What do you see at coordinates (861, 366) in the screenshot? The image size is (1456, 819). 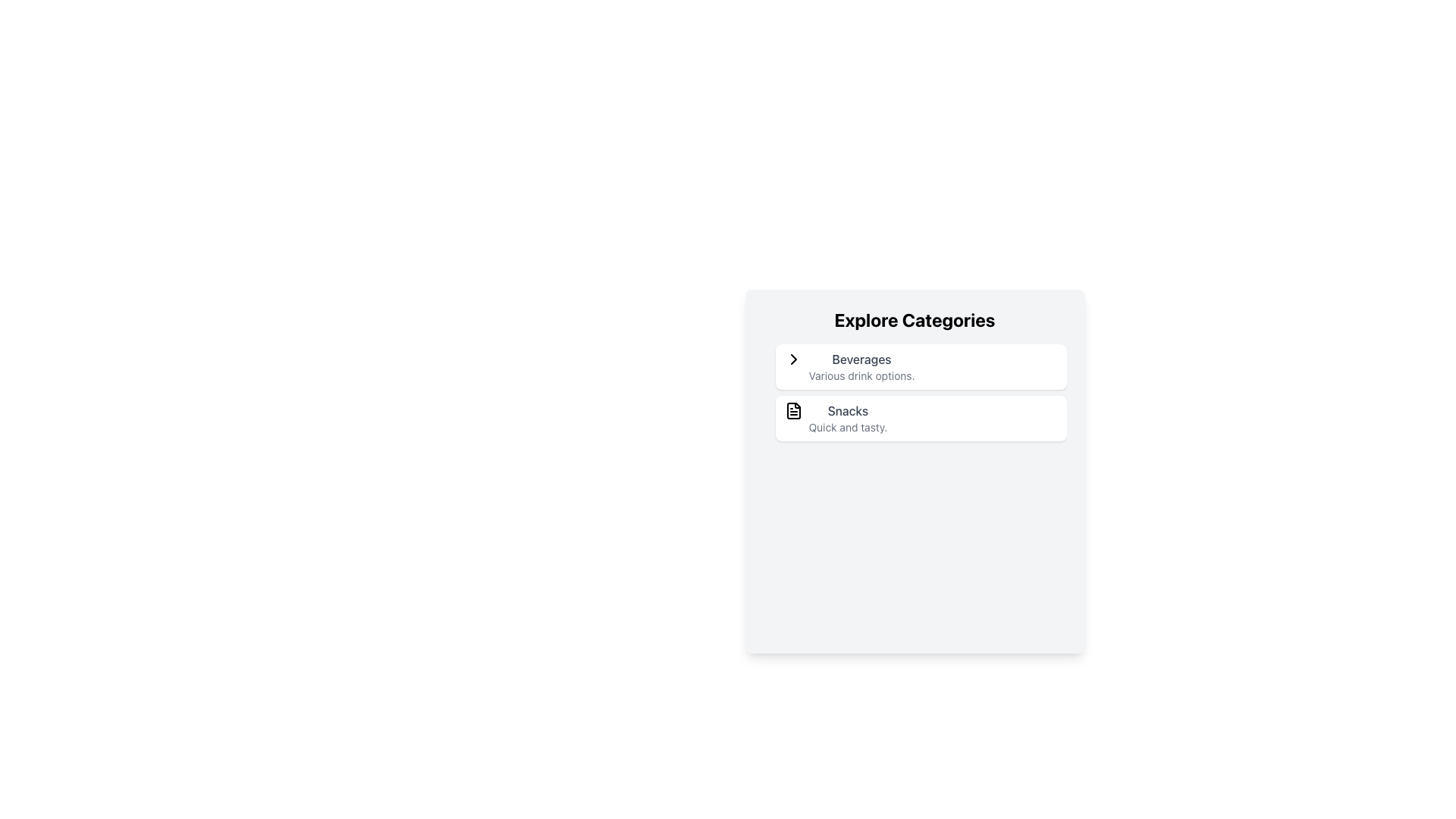 I see `the 'Beverages' category element, which features a bold title and a subtitle in a white rectangular section` at bounding box center [861, 366].